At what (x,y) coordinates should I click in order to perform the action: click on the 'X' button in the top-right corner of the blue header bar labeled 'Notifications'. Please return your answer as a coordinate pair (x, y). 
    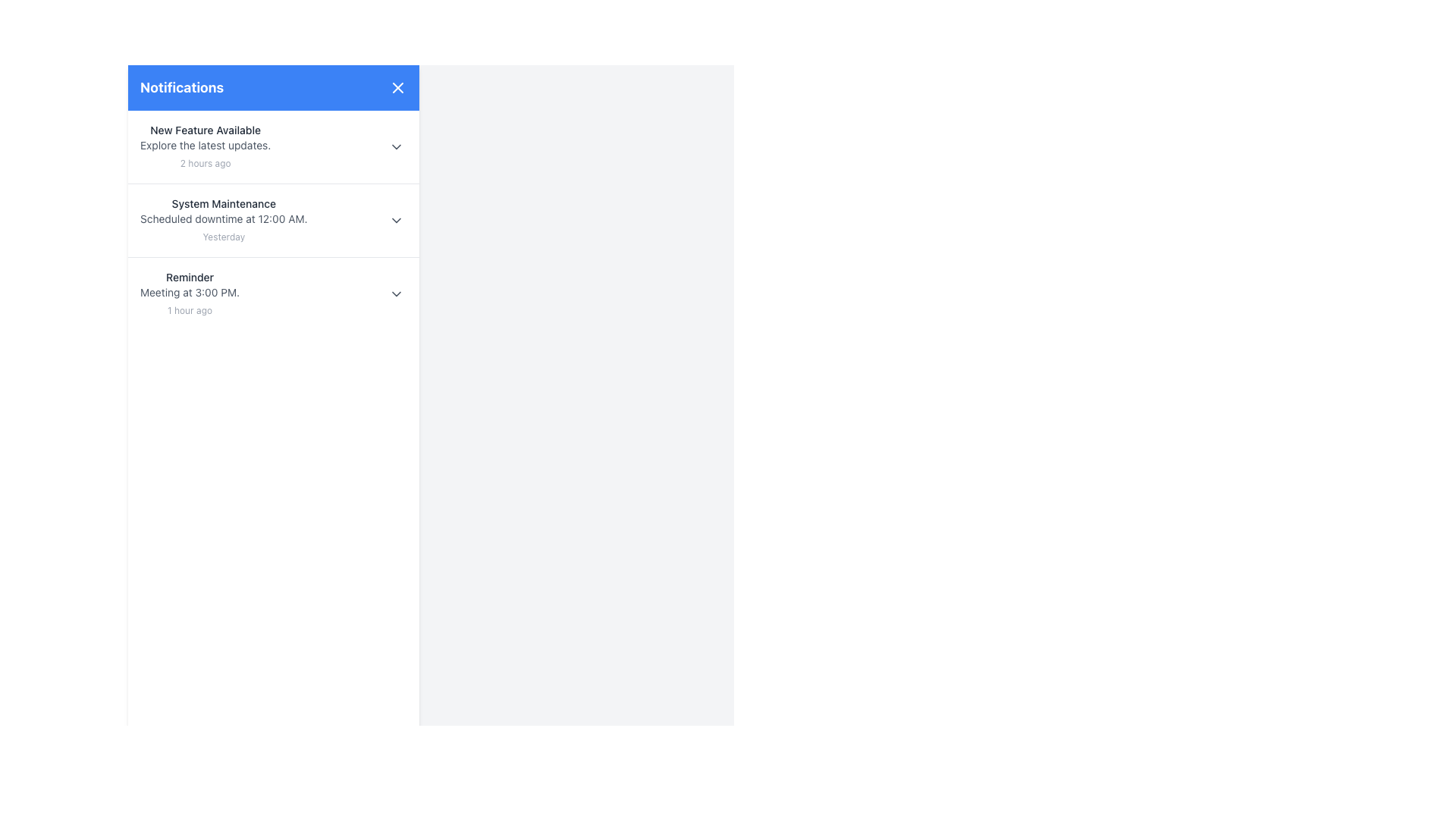
    Looking at the image, I should click on (397, 87).